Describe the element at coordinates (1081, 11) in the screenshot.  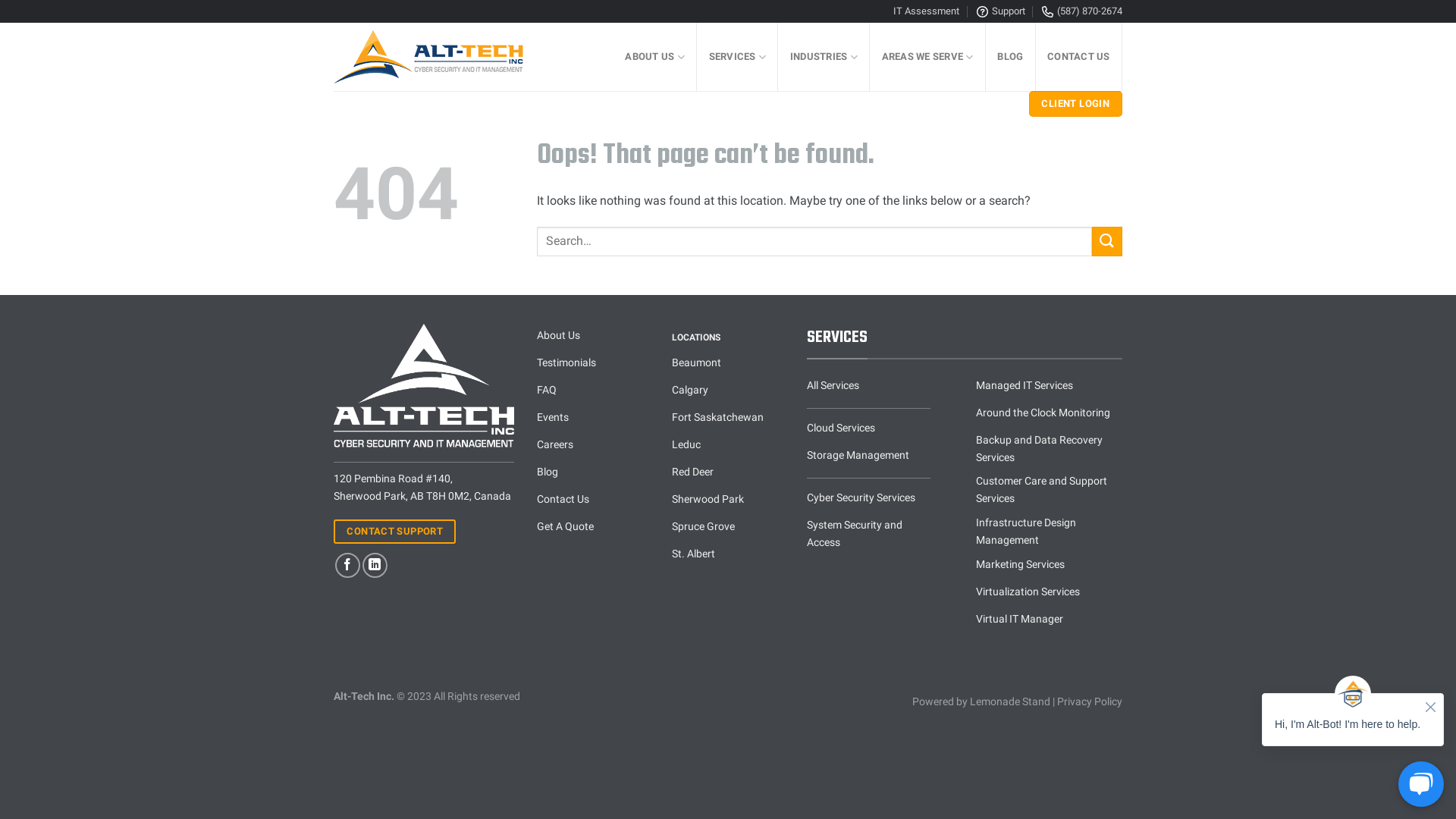
I see `'(587) 870-2674'` at that location.